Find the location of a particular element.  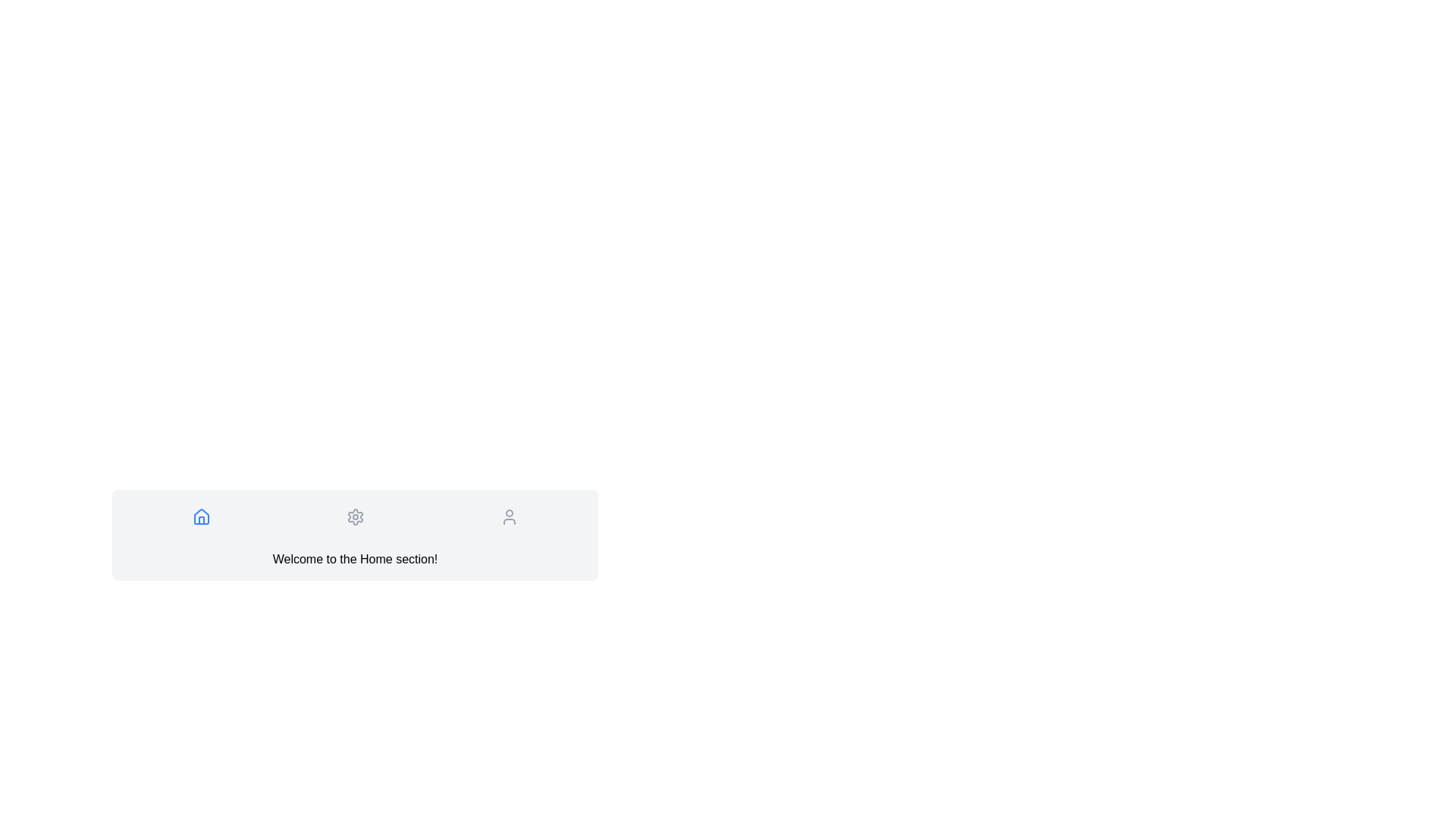

the settings icon, represented by a gray cogwheel graphic, located in the center of the horizontal navigation bar is located at coordinates (354, 516).